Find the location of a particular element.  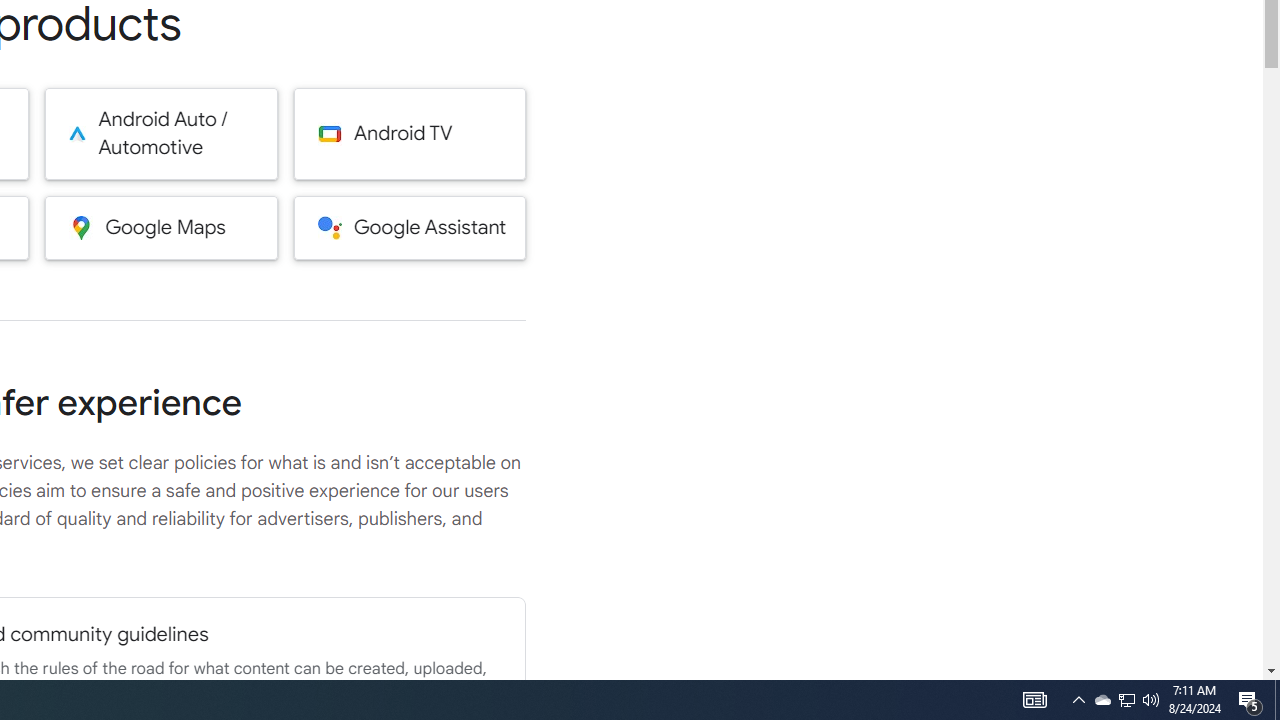

'Google Maps' is located at coordinates (161, 226).